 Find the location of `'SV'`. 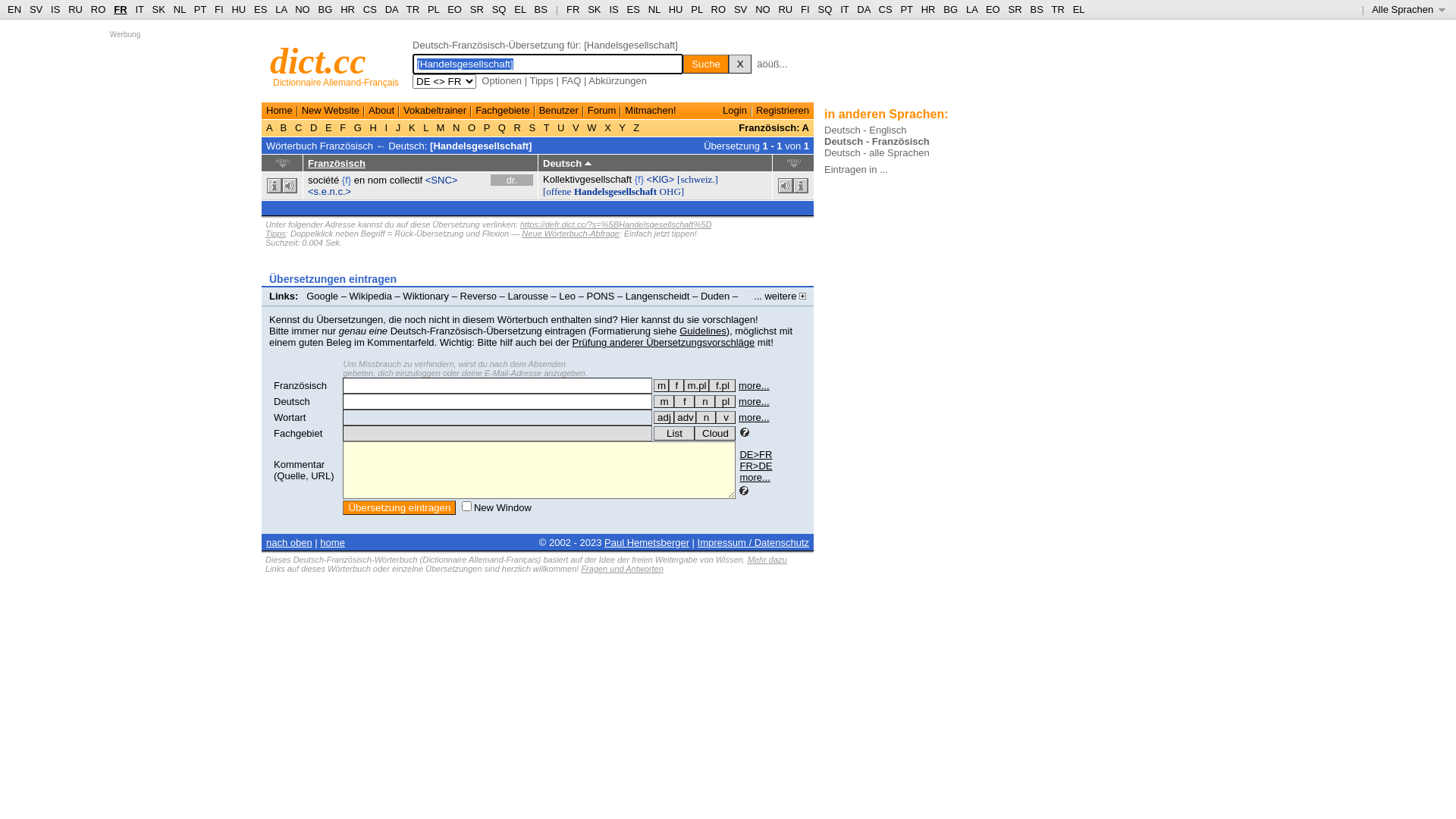

'SV' is located at coordinates (740, 9).